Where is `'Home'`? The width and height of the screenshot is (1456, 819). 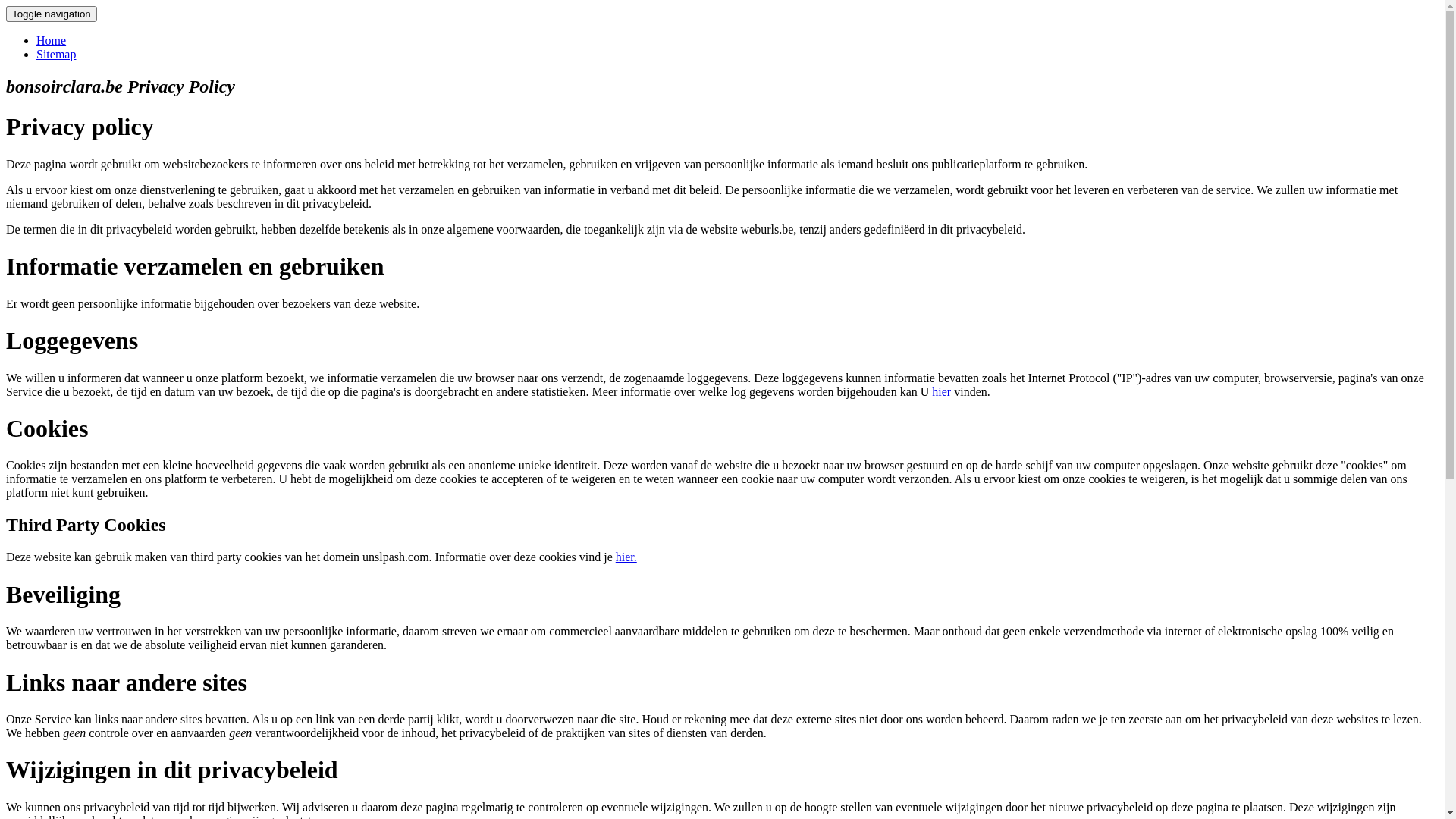
'Home' is located at coordinates (51, 39).